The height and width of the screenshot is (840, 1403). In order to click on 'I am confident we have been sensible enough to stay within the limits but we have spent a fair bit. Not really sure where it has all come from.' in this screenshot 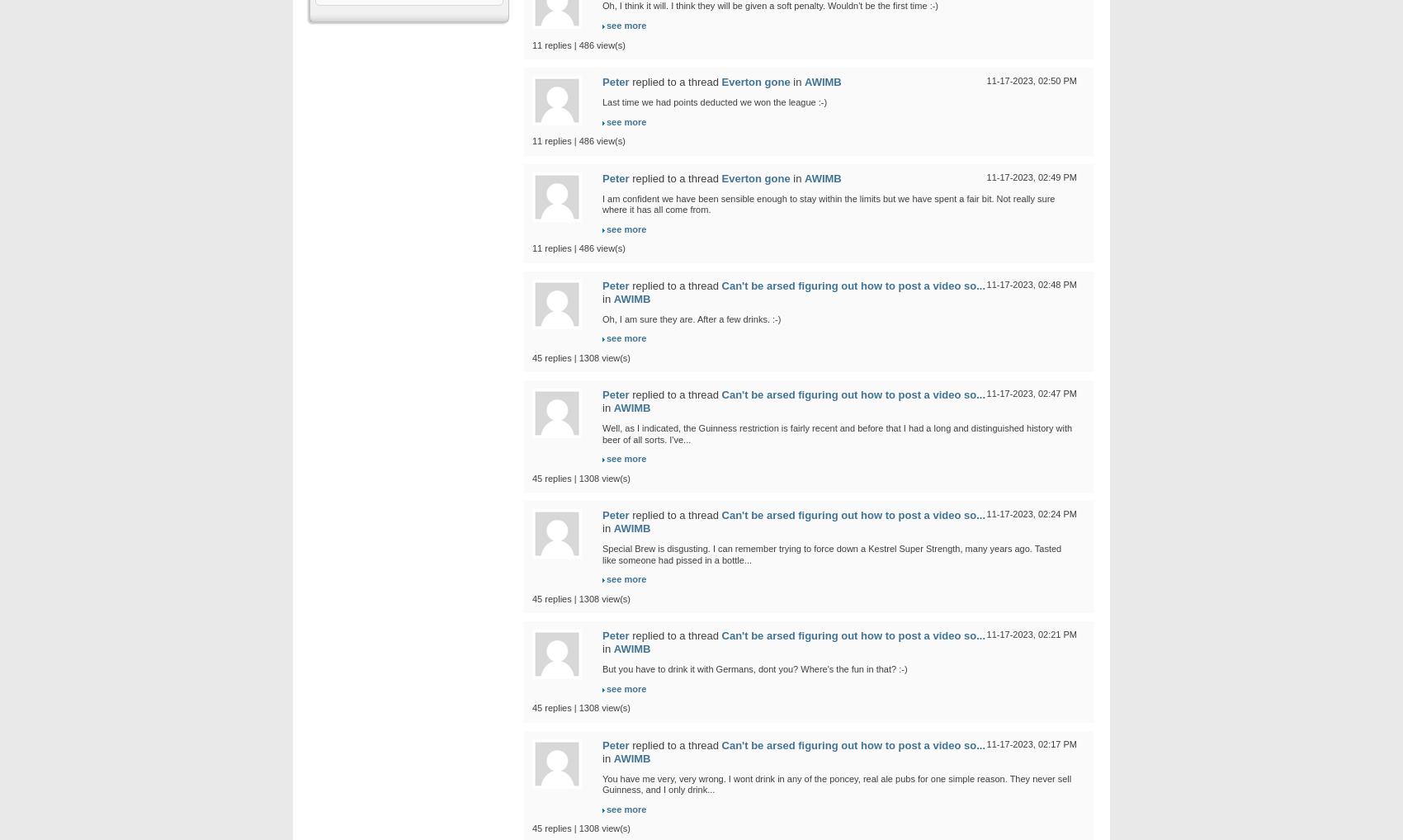, I will do `click(828, 202)`.